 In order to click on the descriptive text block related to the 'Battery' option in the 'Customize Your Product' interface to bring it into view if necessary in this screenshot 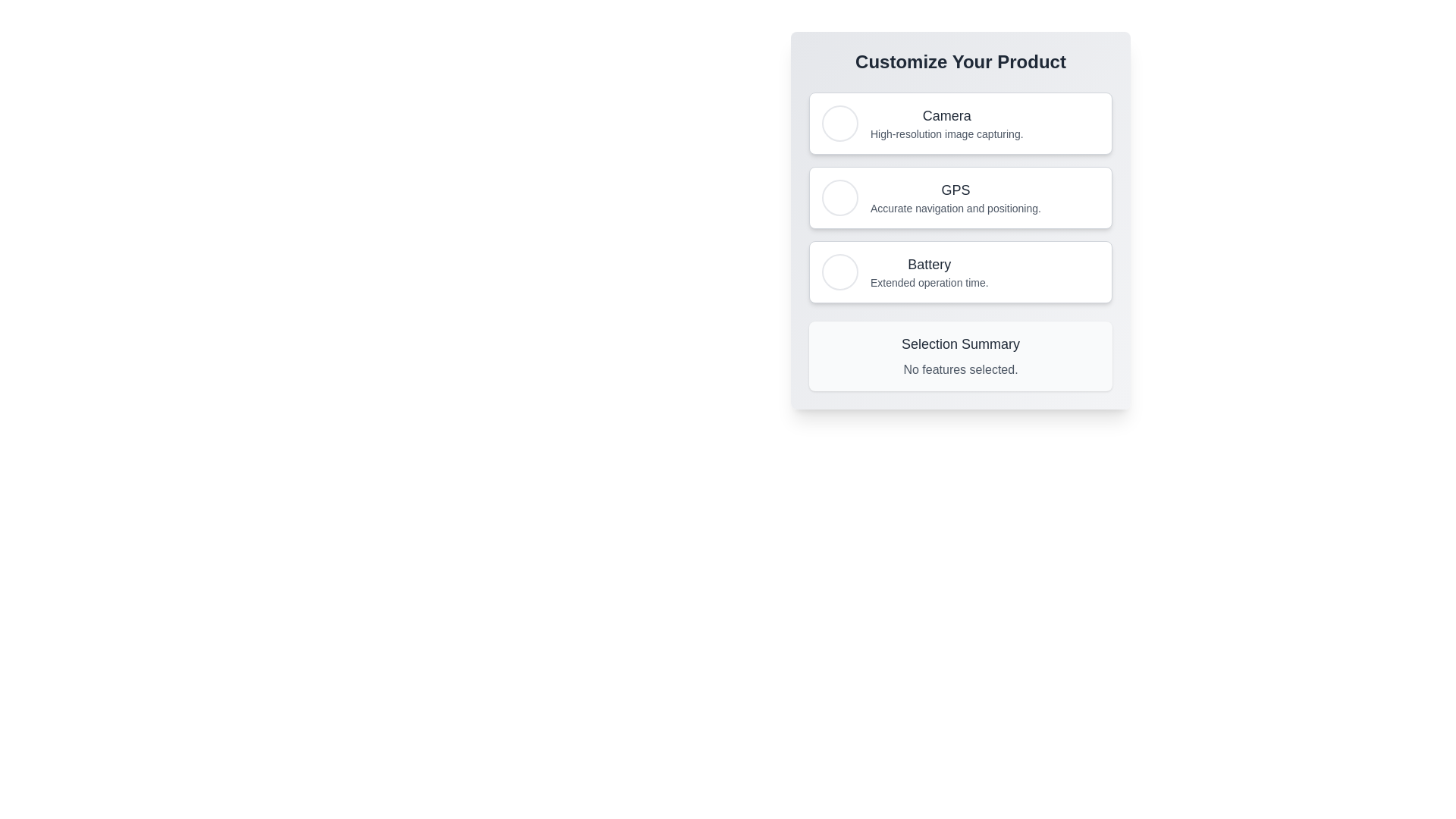, I will do `click(928, 271)`.